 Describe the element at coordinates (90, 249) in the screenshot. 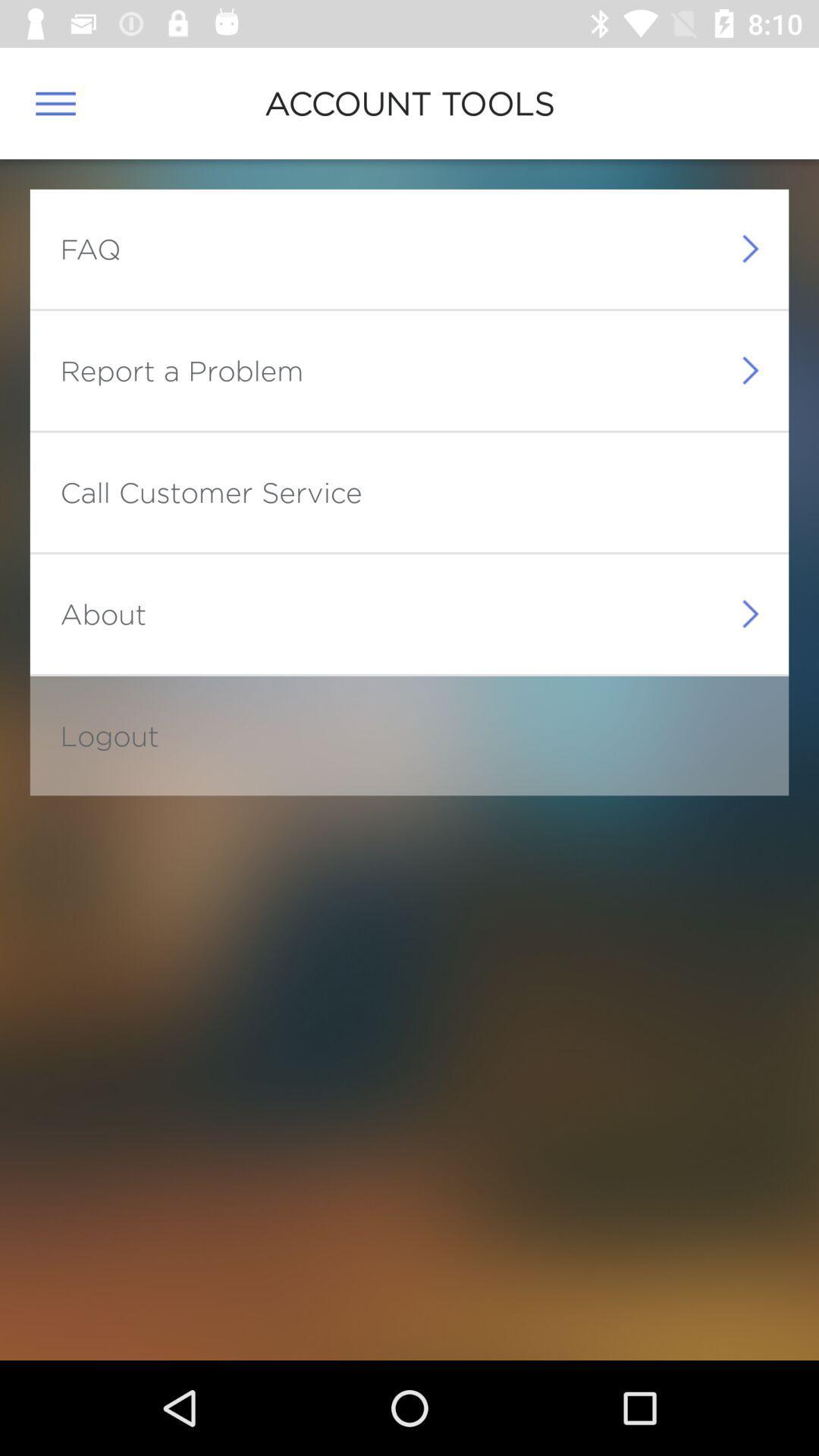

I see `the item above the report a problem item` at that location.